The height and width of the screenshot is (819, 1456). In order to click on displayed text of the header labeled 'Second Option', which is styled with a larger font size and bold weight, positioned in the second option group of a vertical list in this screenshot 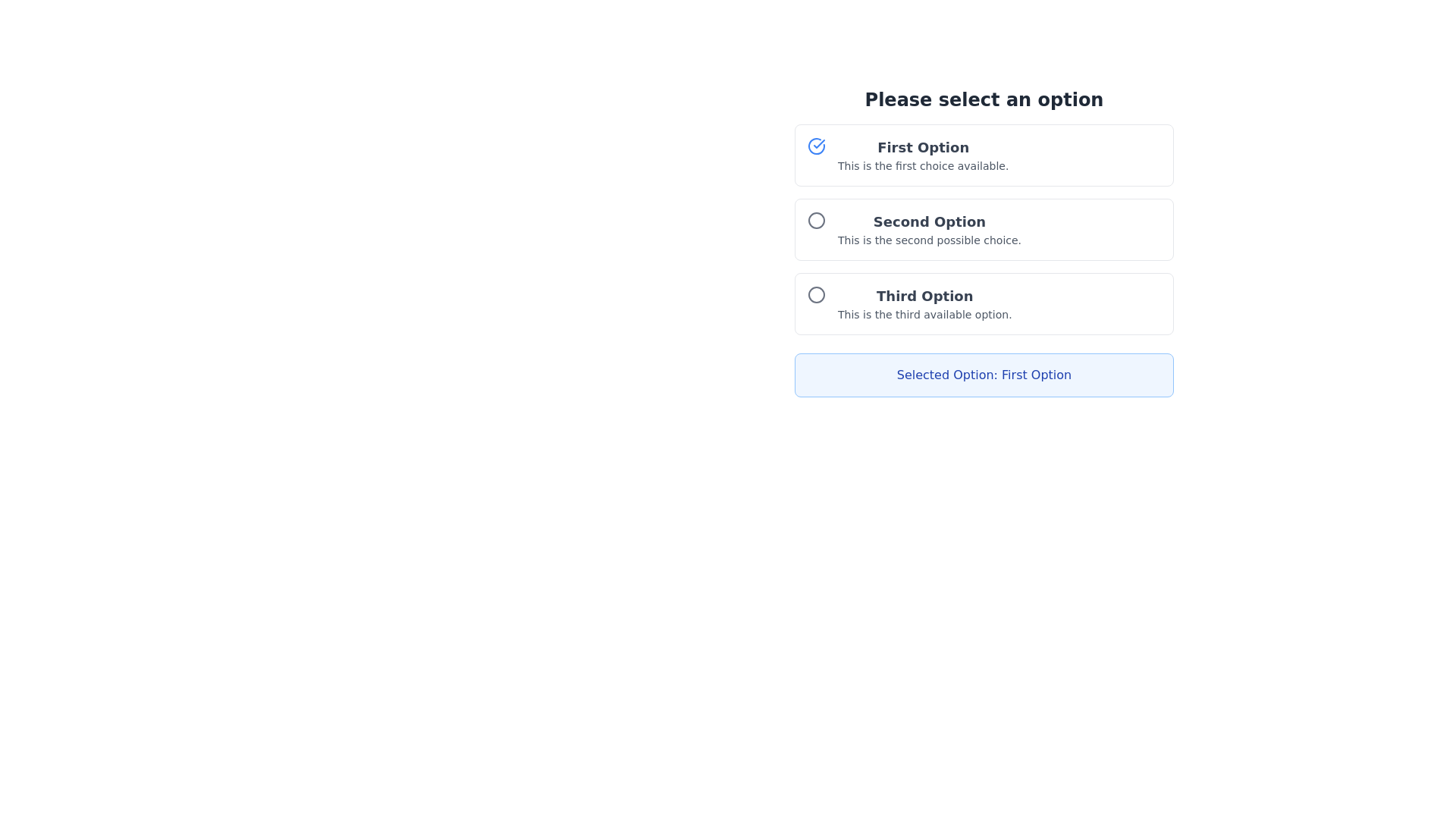, I will do `click(929, 222)`.